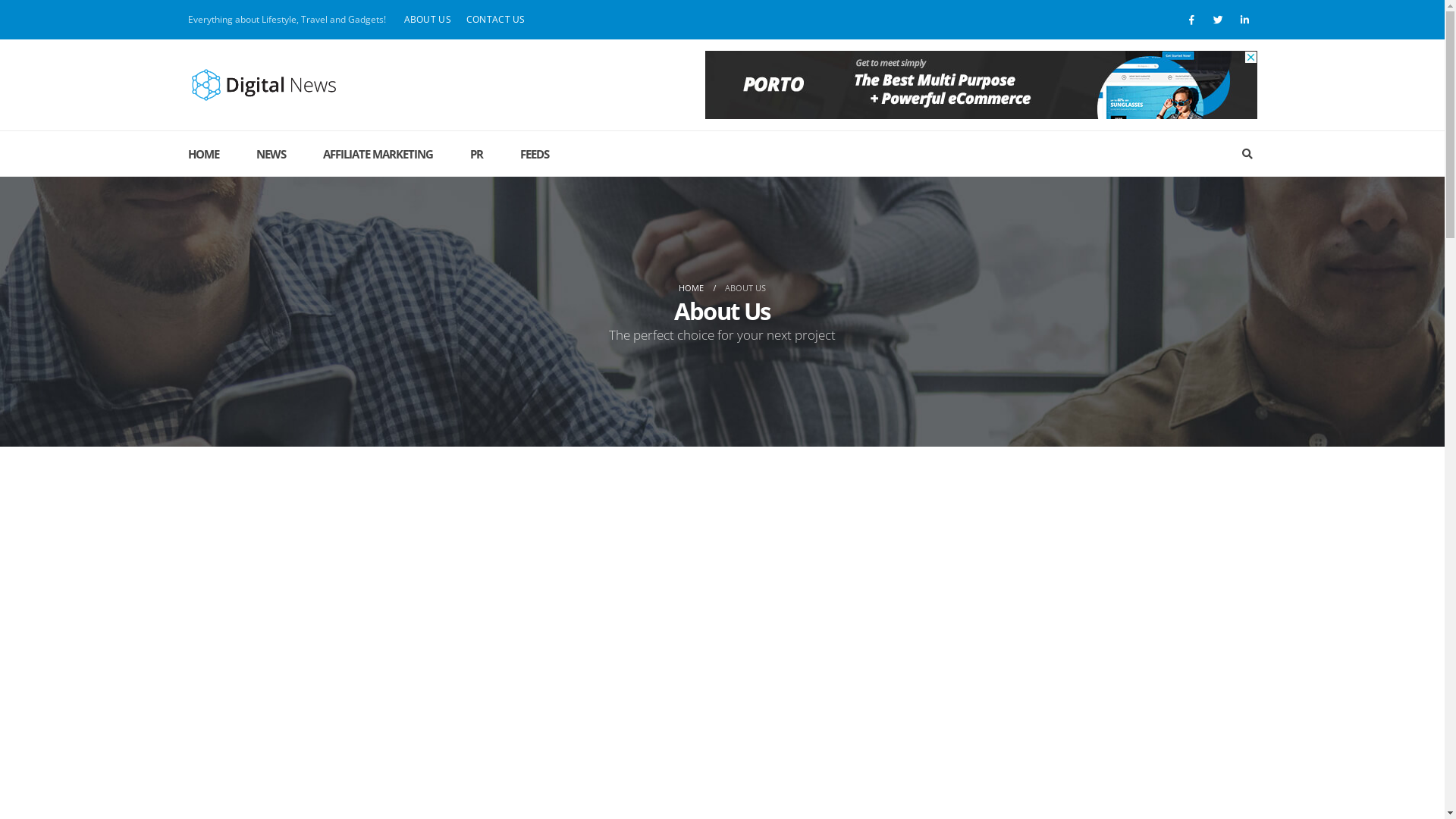 Image resolution: width=1456 pixels, height=819 pixels. I want to click on 'LinkedIn', so click(1244, 20).